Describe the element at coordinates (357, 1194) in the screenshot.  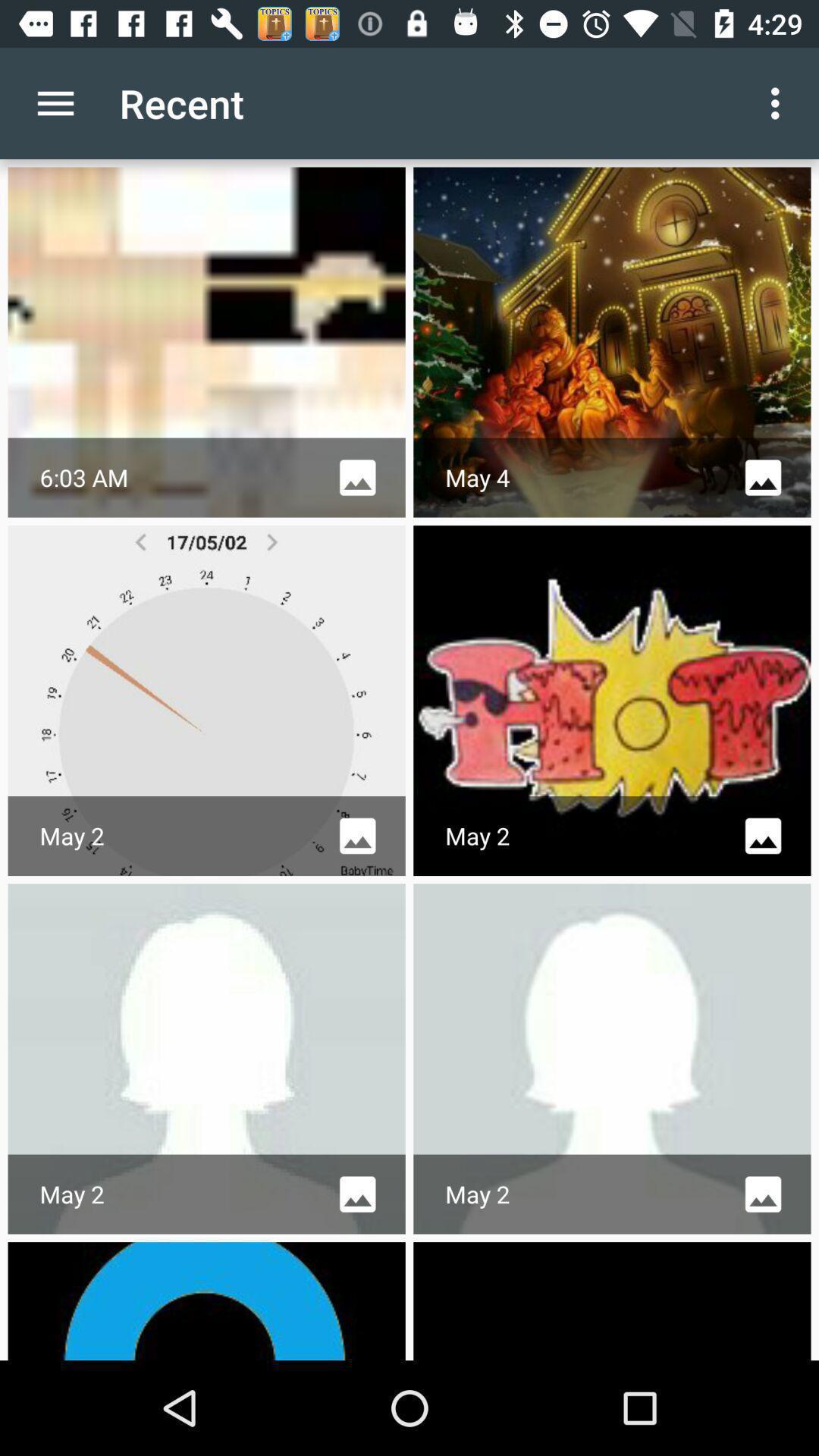
I see `the image icon of third row 1st image` at that location.